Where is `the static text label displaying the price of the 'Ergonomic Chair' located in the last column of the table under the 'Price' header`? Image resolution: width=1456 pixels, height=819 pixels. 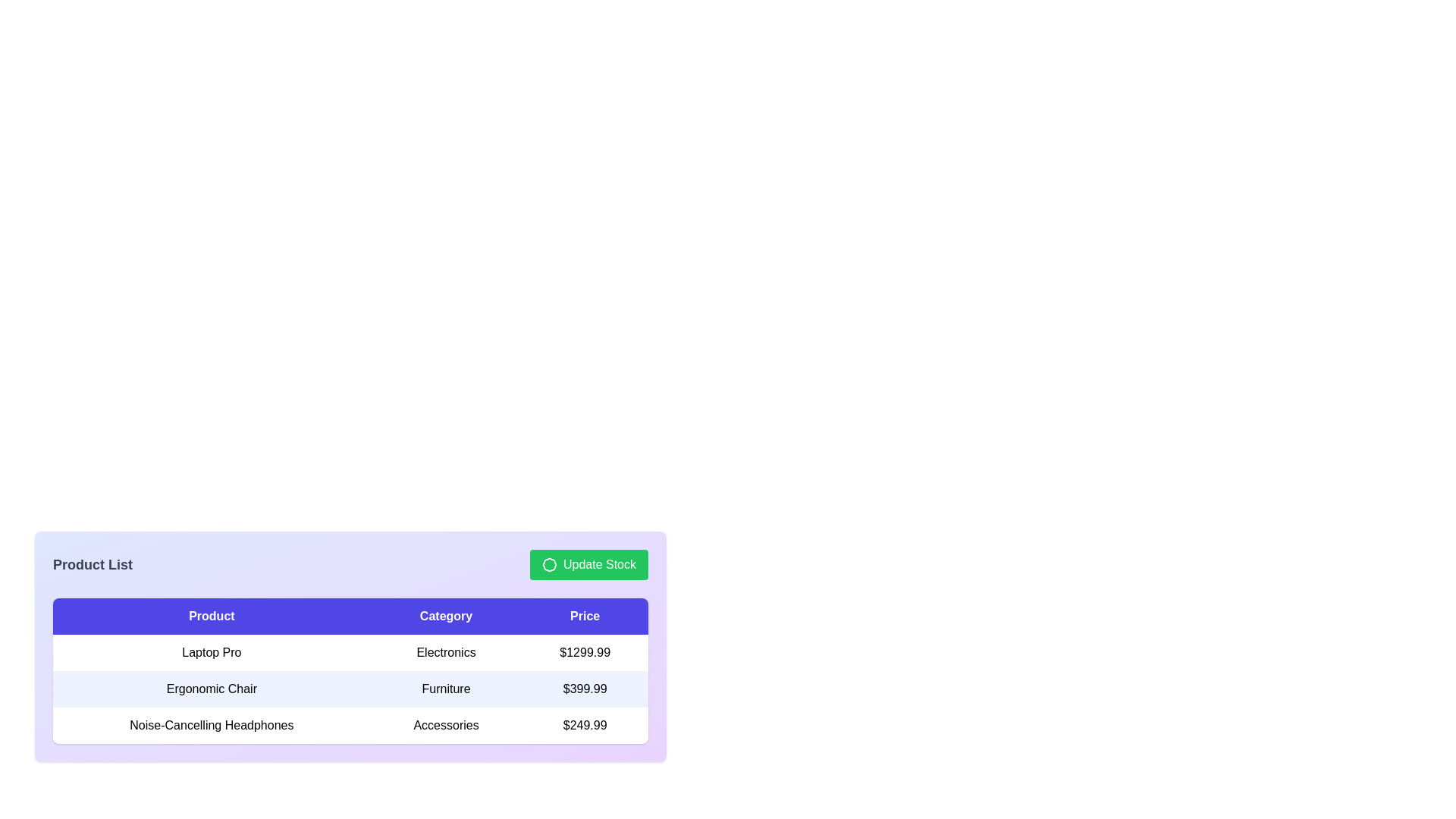
the static text label displaying the price of the 'Ergonomic Chair' located in the last column of the table under the 'Price' header is located at coordinates (584, 689).